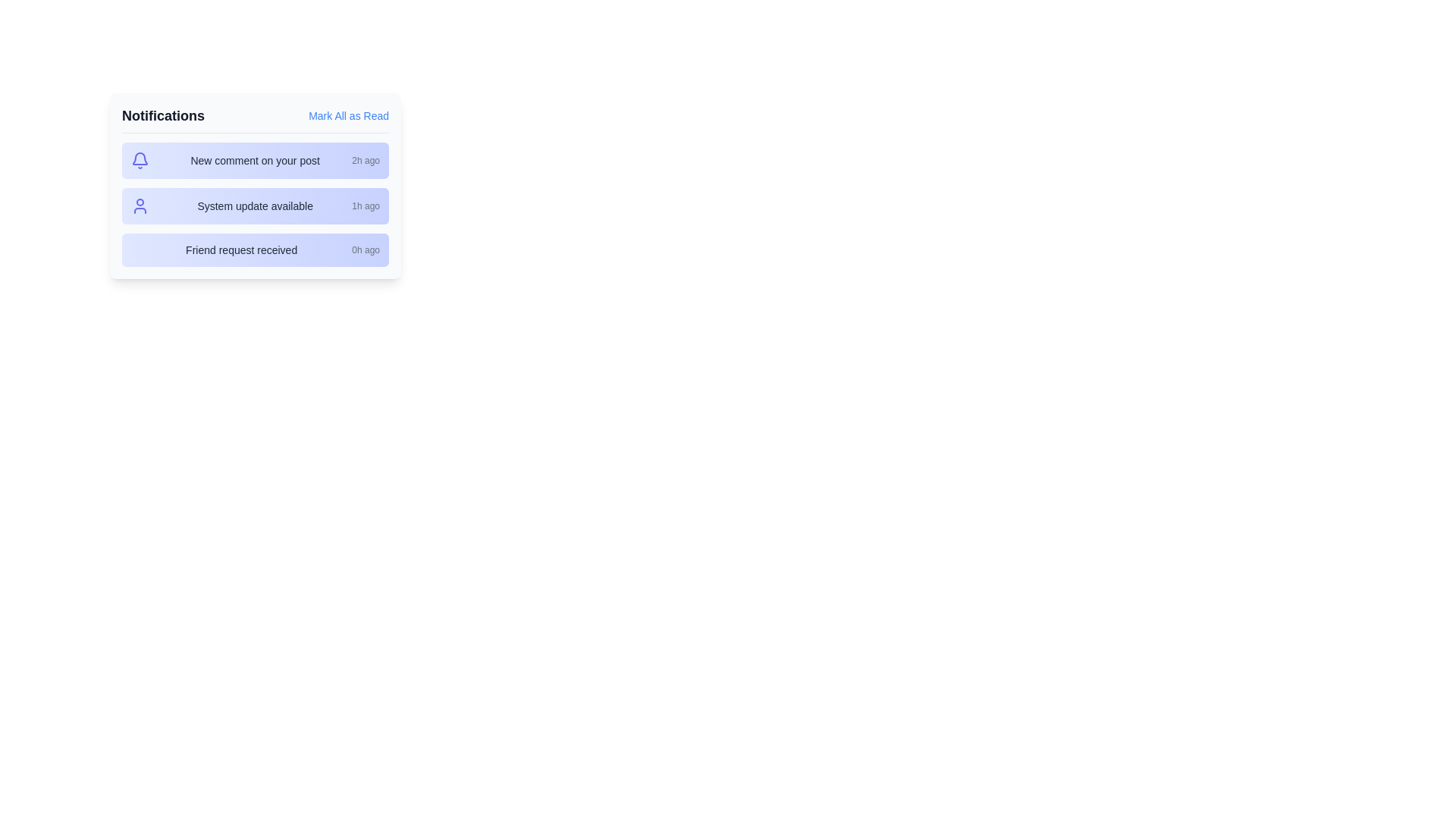 This screenshot has width=1456, height=819. I want to click on the notification icon indicating a new comment on the user's post by moving the mouse cursor to its center, so click(140, 161).